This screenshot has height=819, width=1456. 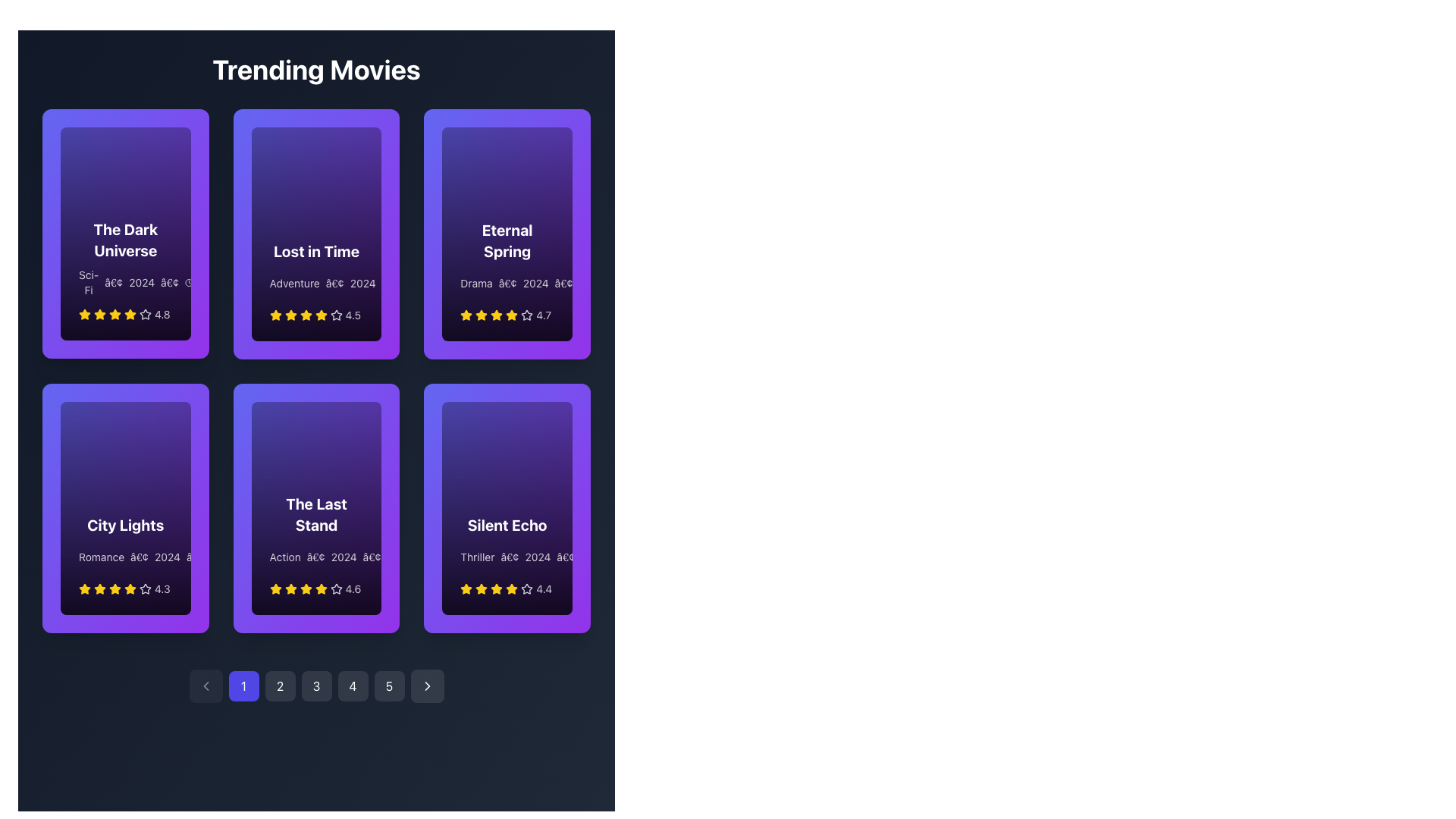 What do you see at coordinates (83, 314) in the screenshot?
I see `the star icon located under the movie 'The Dark Universe', which is the first star in a row of rating stars` at bounding box center [83, 314].